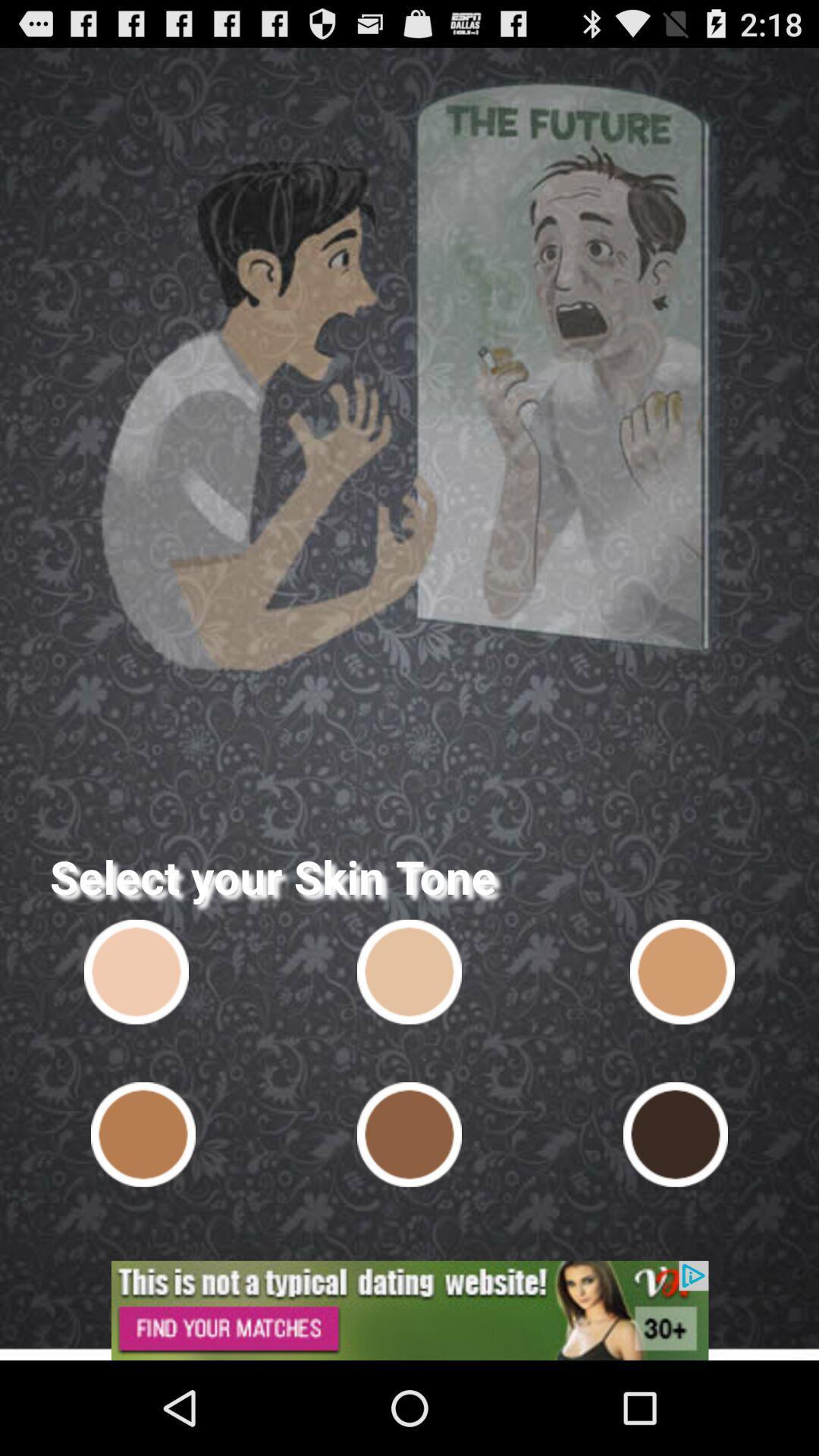 The image size is (819, 1456). Describe the element at coordinates (136, 971) in the screenshot. I see `it` at that location.